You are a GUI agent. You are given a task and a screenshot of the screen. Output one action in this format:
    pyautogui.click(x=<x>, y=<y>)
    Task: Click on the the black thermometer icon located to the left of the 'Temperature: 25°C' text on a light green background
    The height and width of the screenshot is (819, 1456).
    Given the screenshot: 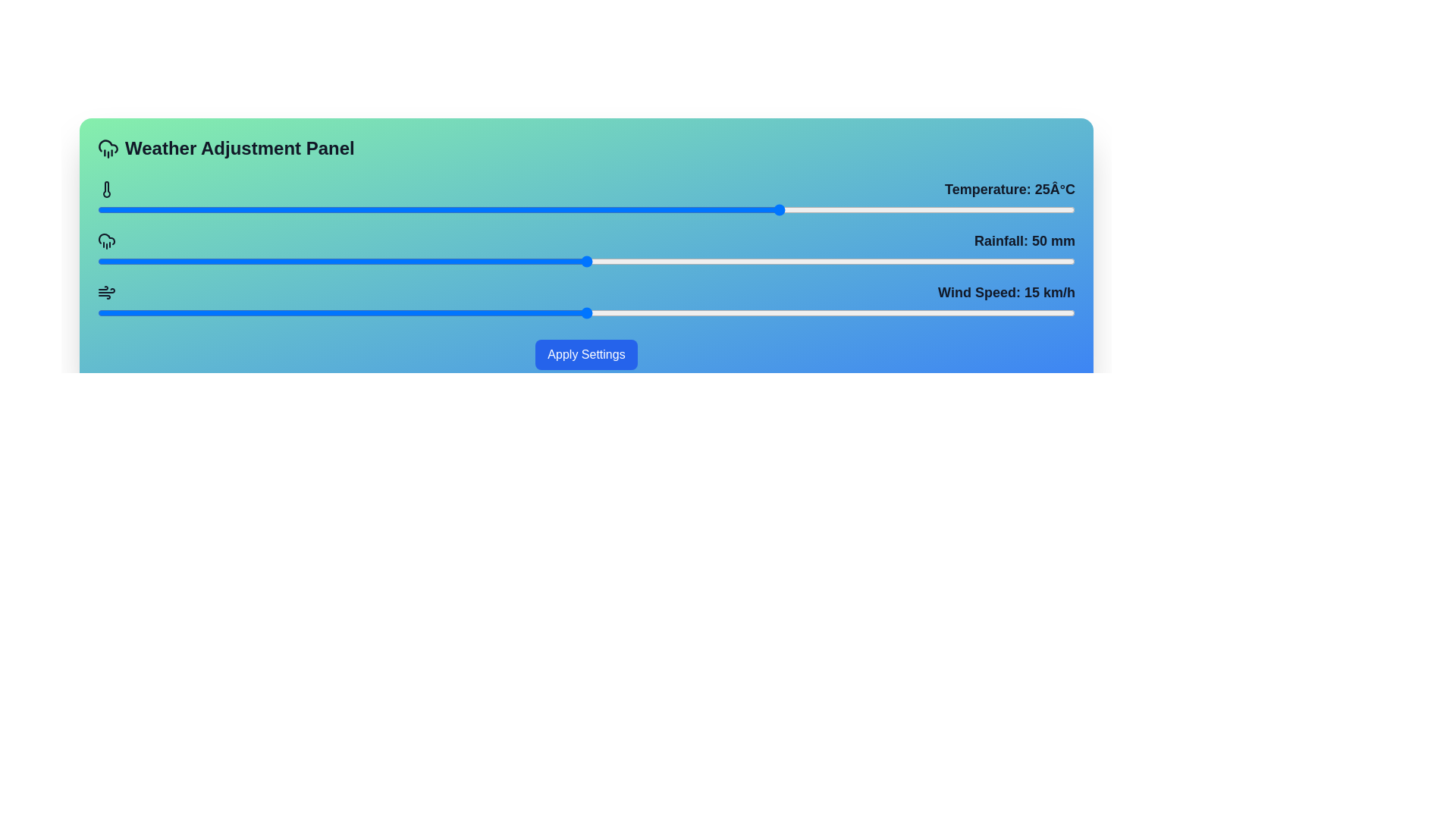 What is the action you would take?
    pyautogui.click(x=105, y=189)
    